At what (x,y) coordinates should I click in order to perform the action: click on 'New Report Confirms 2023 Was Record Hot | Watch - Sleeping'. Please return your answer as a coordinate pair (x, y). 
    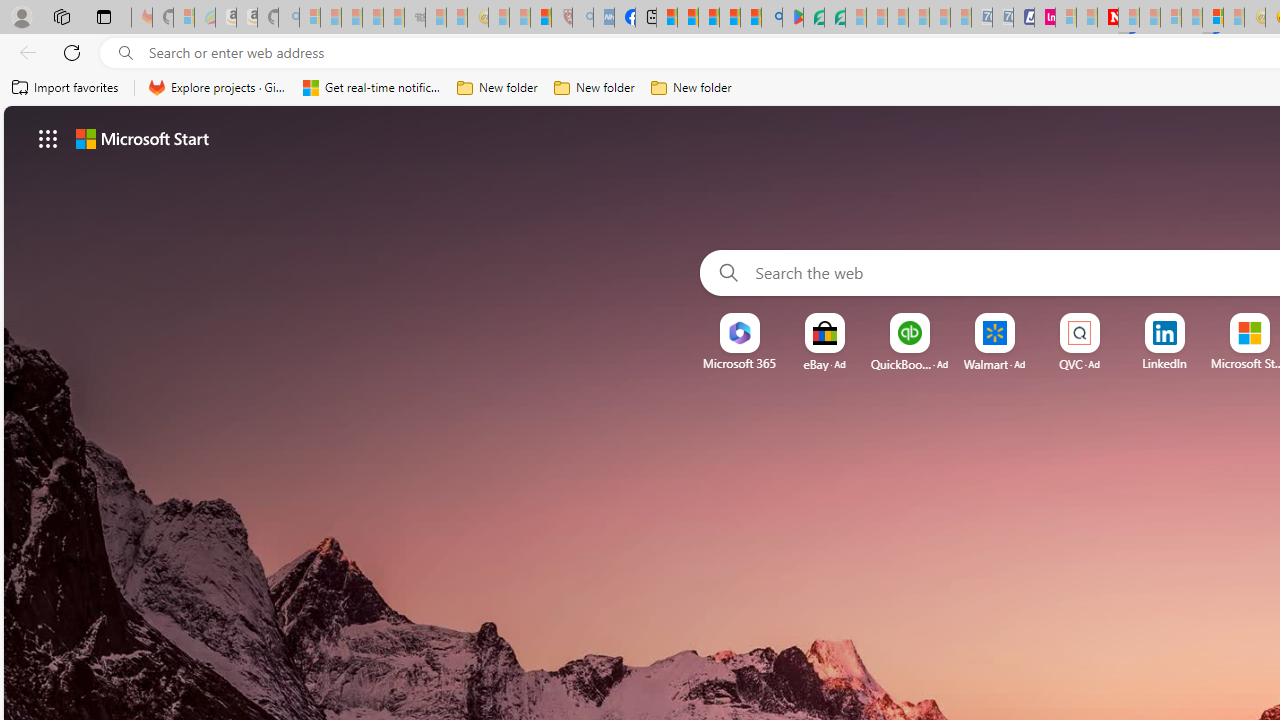
    Looking at the image, I should click on (394, 17).